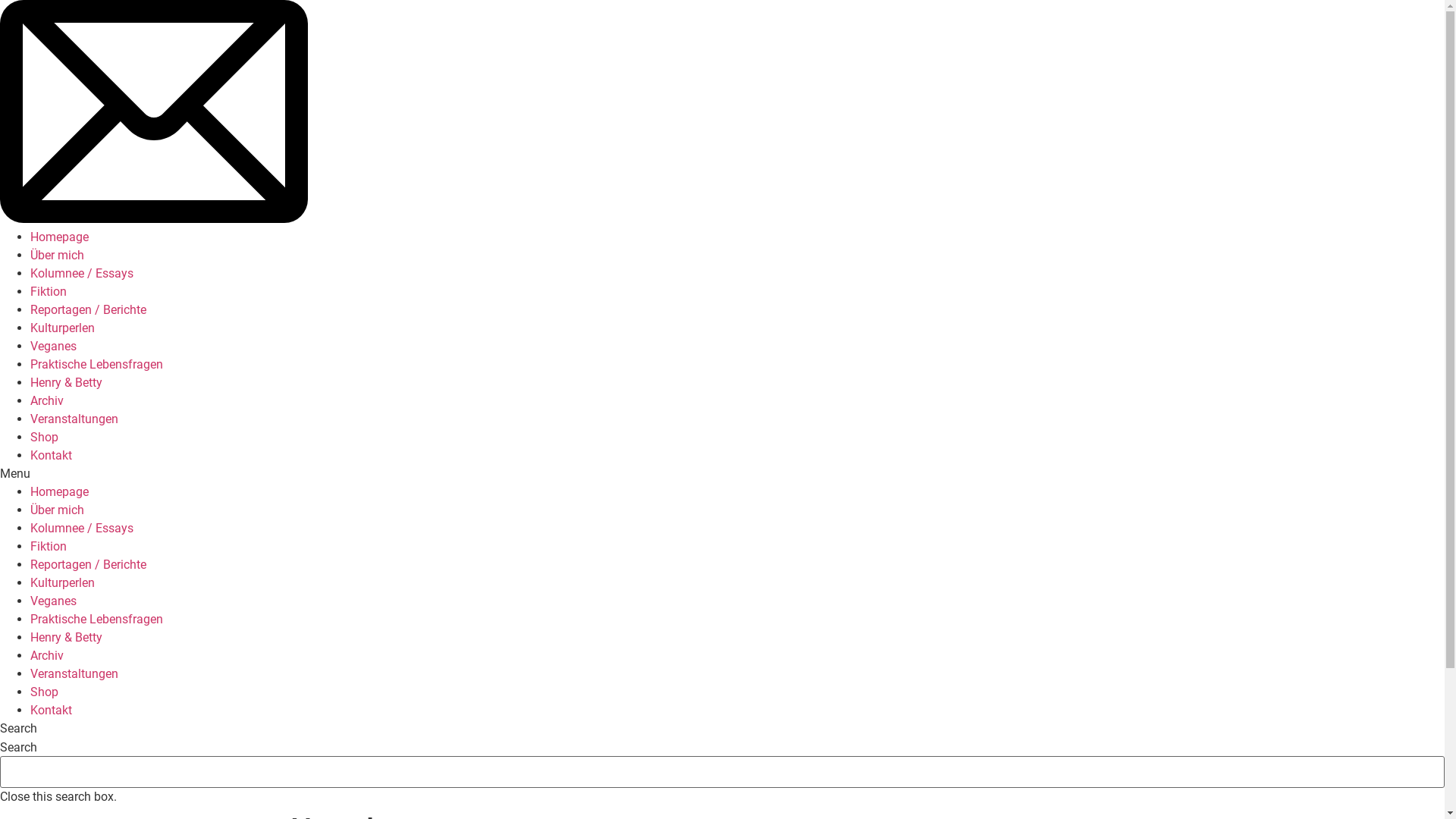 This screenshot has width=1456, height=819. What do you see at coordinates (44, 692) in the screenshot?
I see `'Shop'` at bounding box center [44, 692].